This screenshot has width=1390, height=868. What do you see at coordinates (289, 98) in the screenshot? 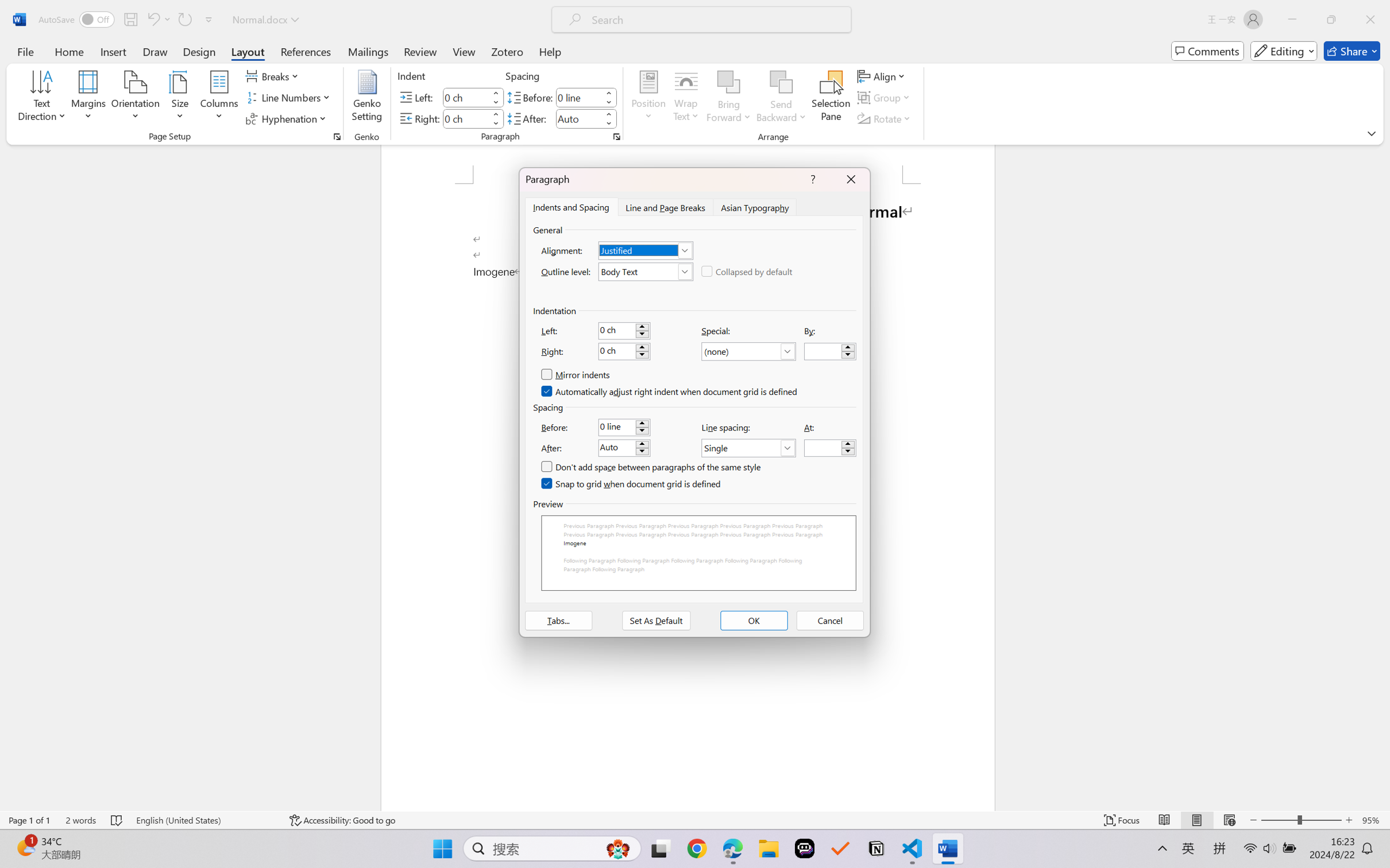
I see `'Line Numbers'` at bounding box center [289, 98].